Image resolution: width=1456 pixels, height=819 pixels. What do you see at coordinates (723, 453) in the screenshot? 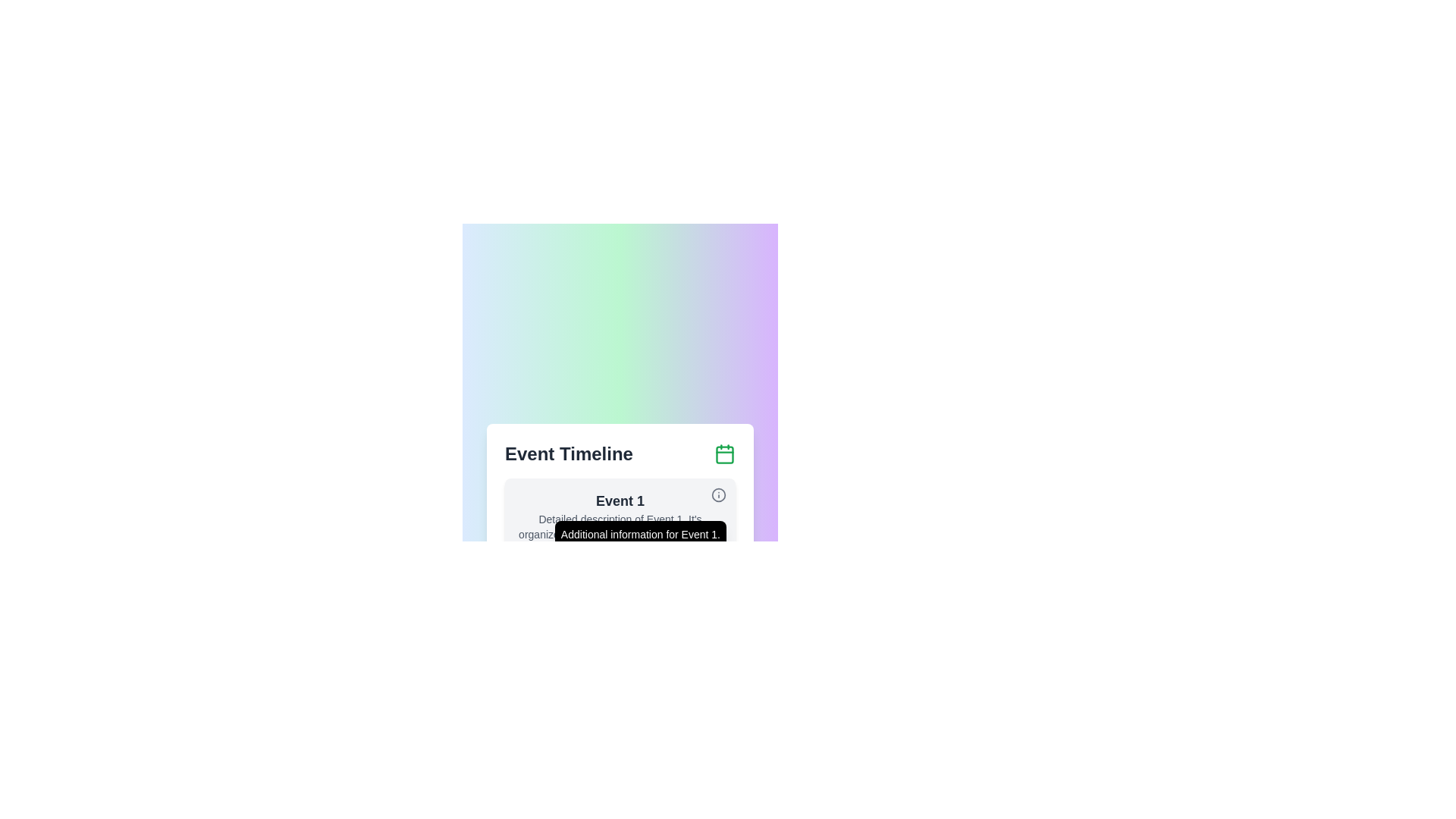
I see `the green calendar icon located in the top-right area of the 'Event Timeline' section` at bounding box center [723, 453].